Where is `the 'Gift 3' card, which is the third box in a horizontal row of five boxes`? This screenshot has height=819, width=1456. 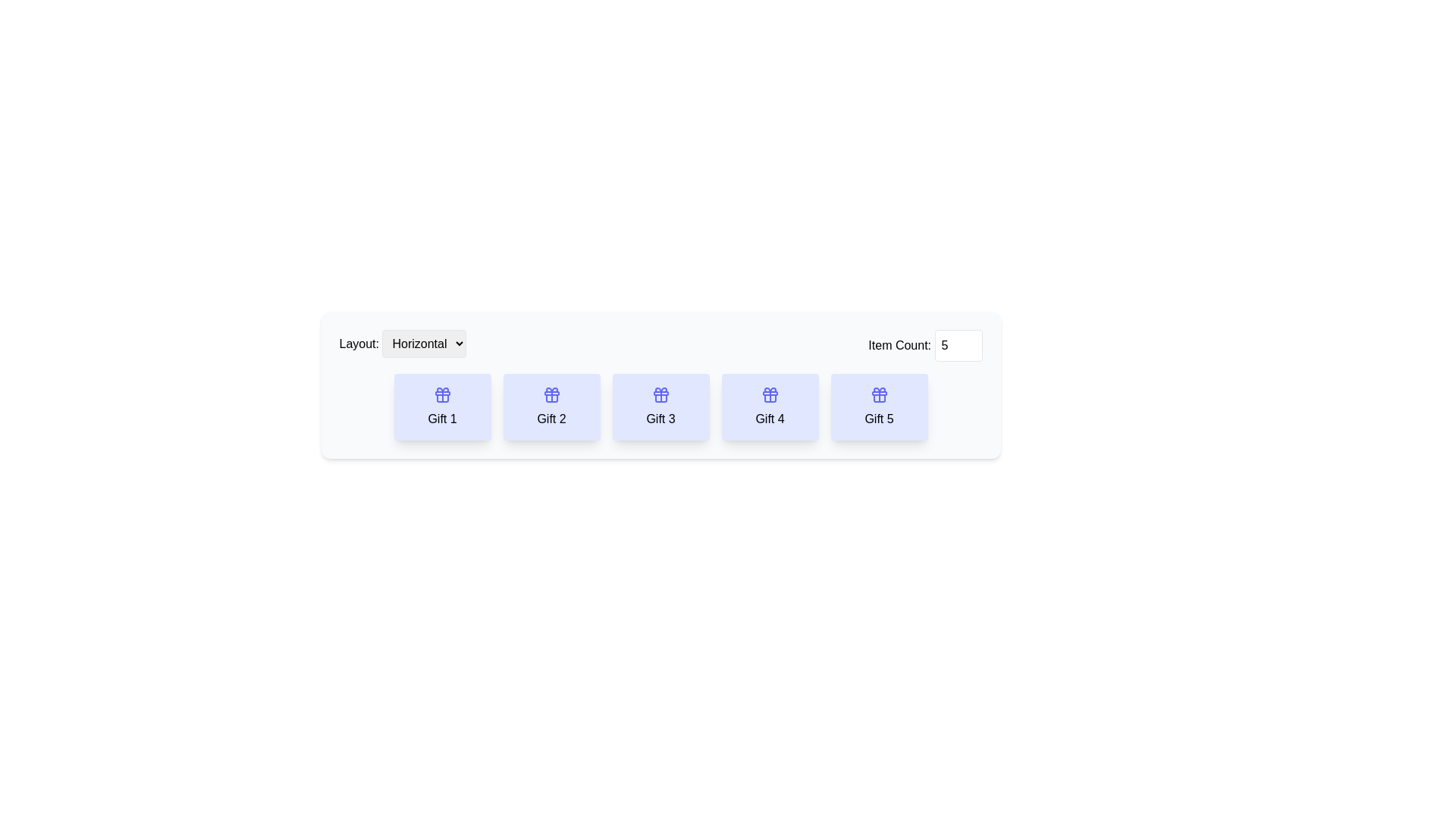 the 'Gift 3' card, which is the third box in a horizontal row of five boxes is located at coordinates (661, 406).